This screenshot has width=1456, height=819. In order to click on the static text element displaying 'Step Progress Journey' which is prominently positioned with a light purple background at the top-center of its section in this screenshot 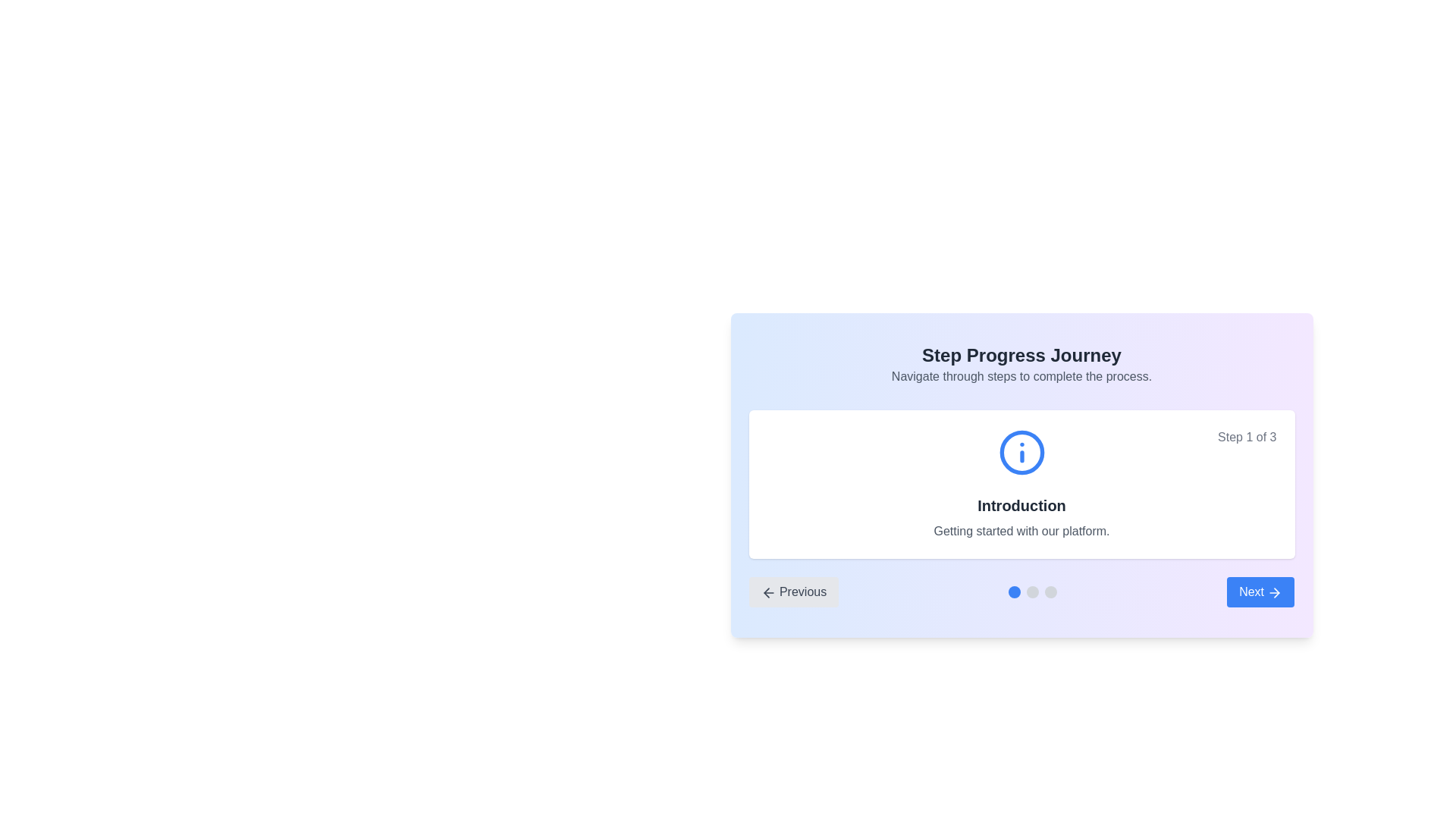, I will do `click(1021, 356)`.